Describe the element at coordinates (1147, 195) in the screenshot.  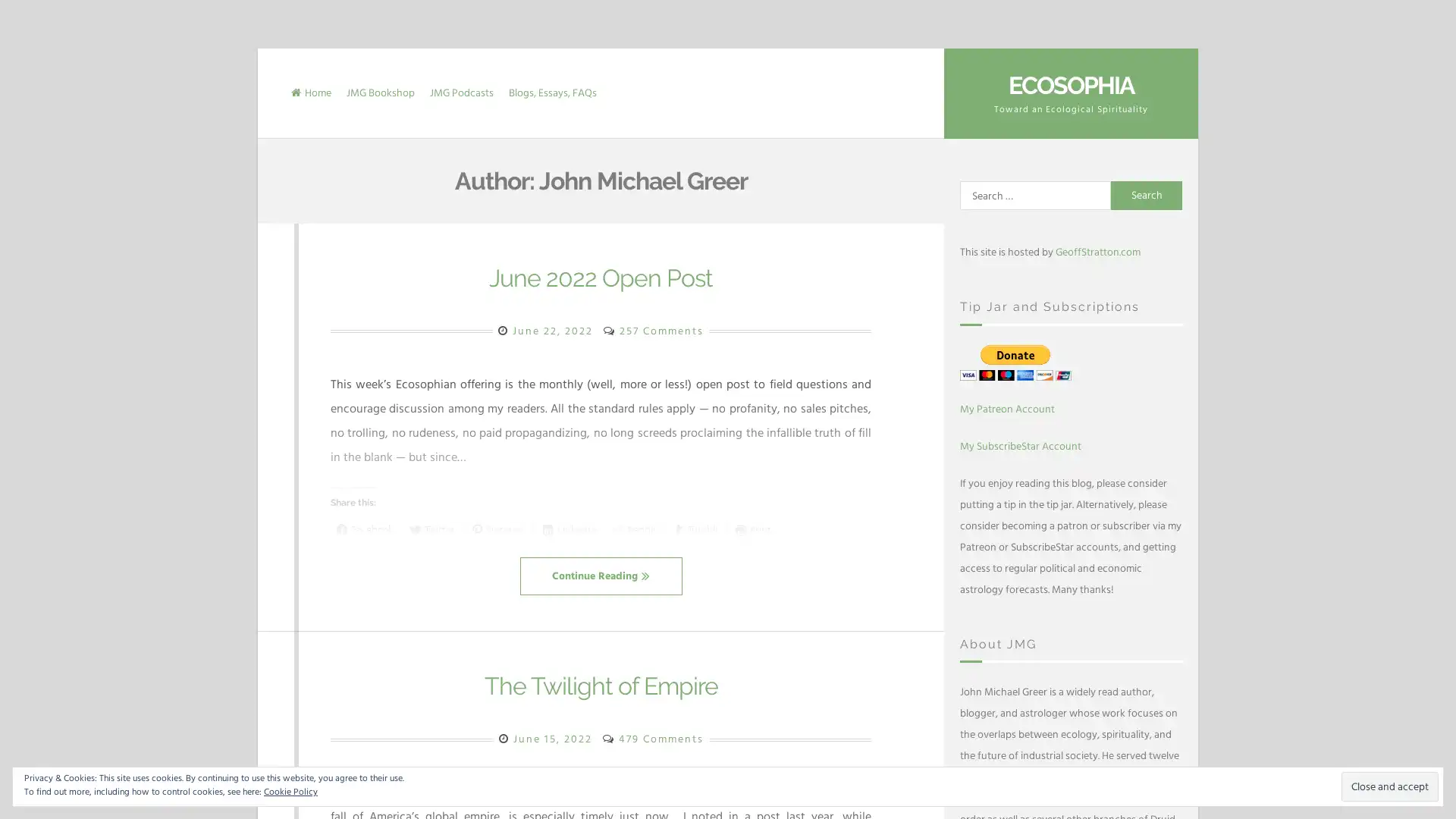
I see `Search` at that location.